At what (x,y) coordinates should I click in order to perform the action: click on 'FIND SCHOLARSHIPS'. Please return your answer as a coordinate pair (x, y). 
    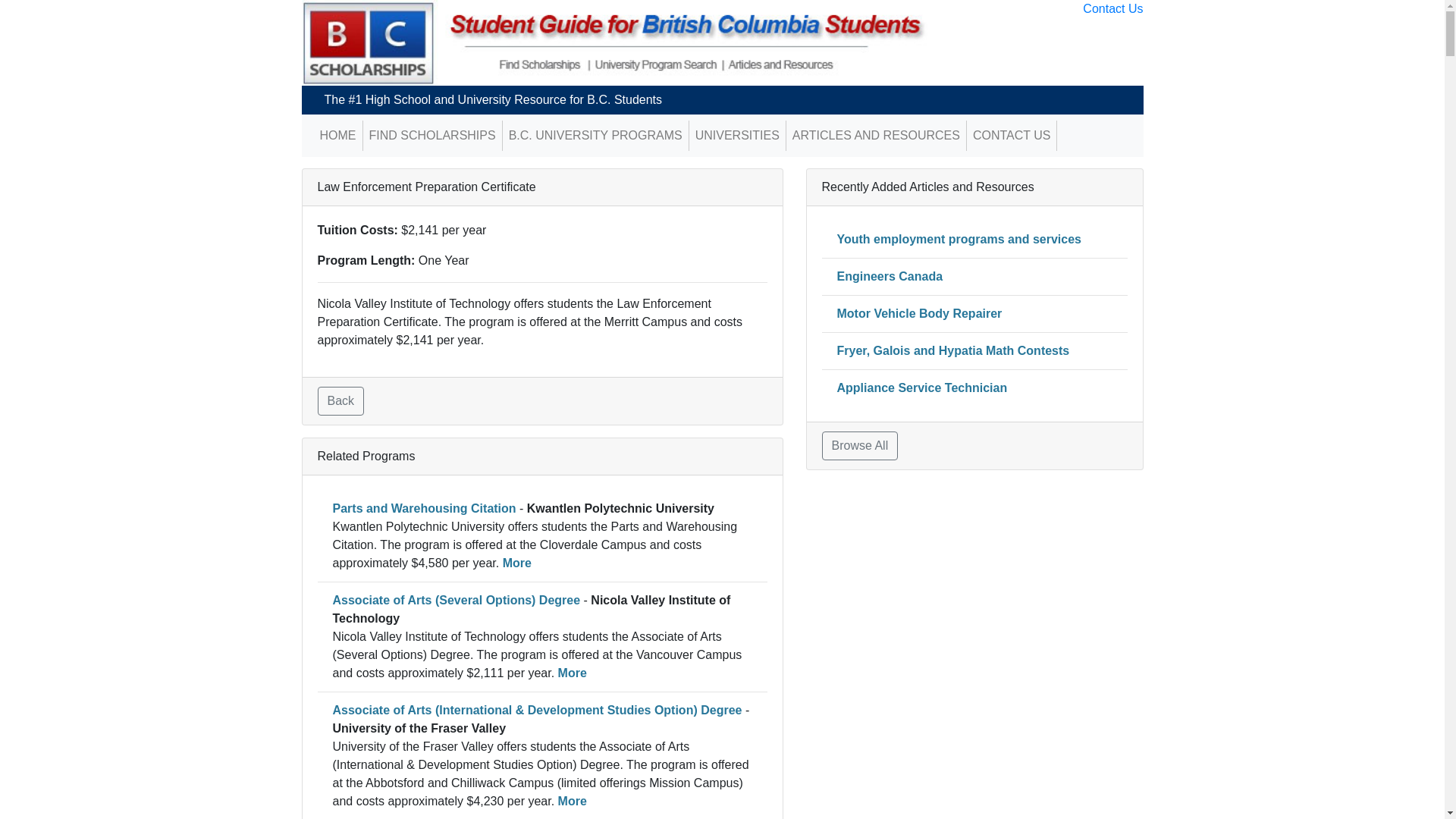
    Looking at the image, I should click on (431, 134).